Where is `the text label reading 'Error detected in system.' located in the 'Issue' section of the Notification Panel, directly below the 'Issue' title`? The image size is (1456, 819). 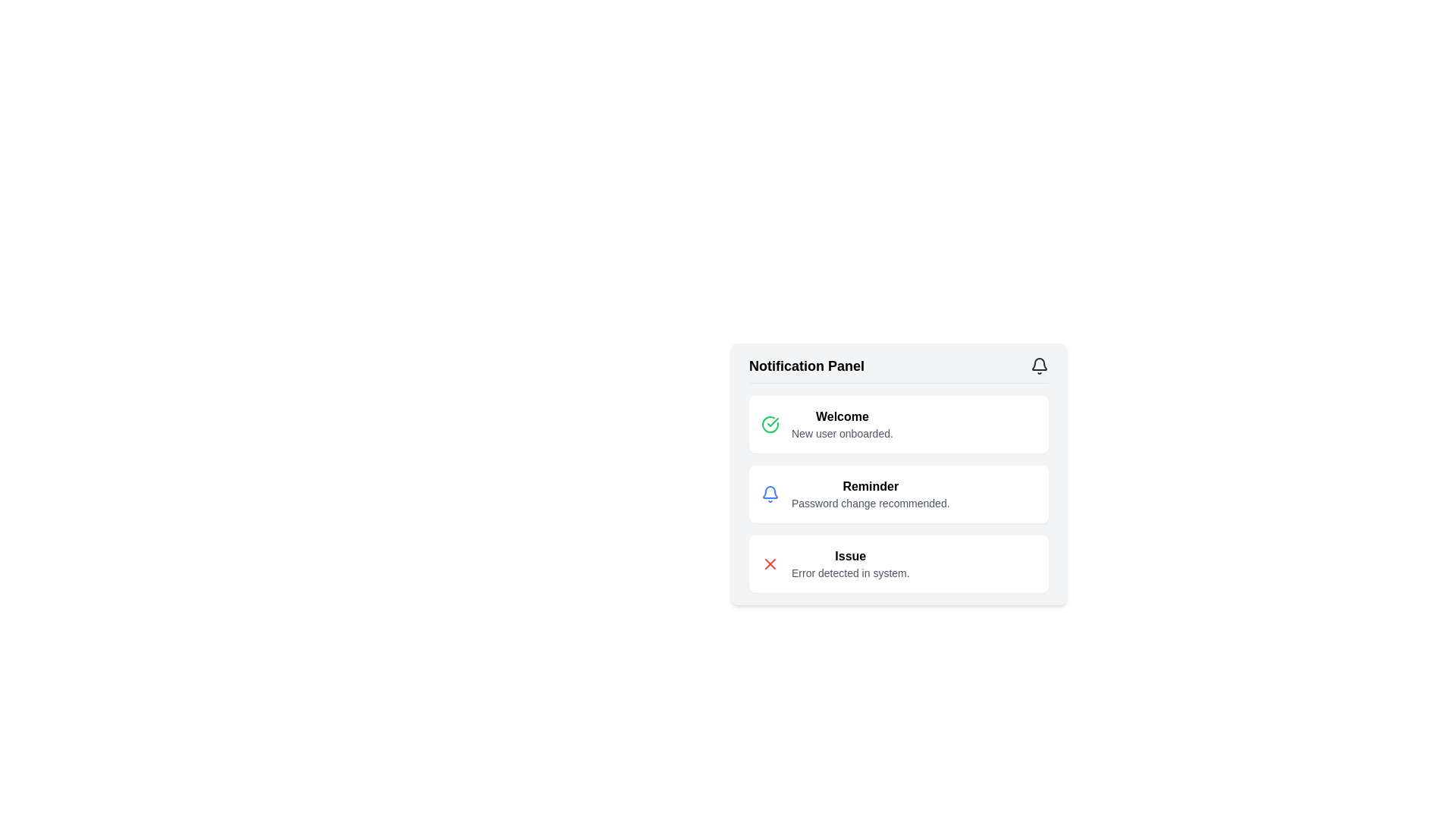 the text label reading 'Error detected in system.' located in the 'Issue' section of the Notification Panel, directly below the 'Issue' title is located at coordinates (850, 573).